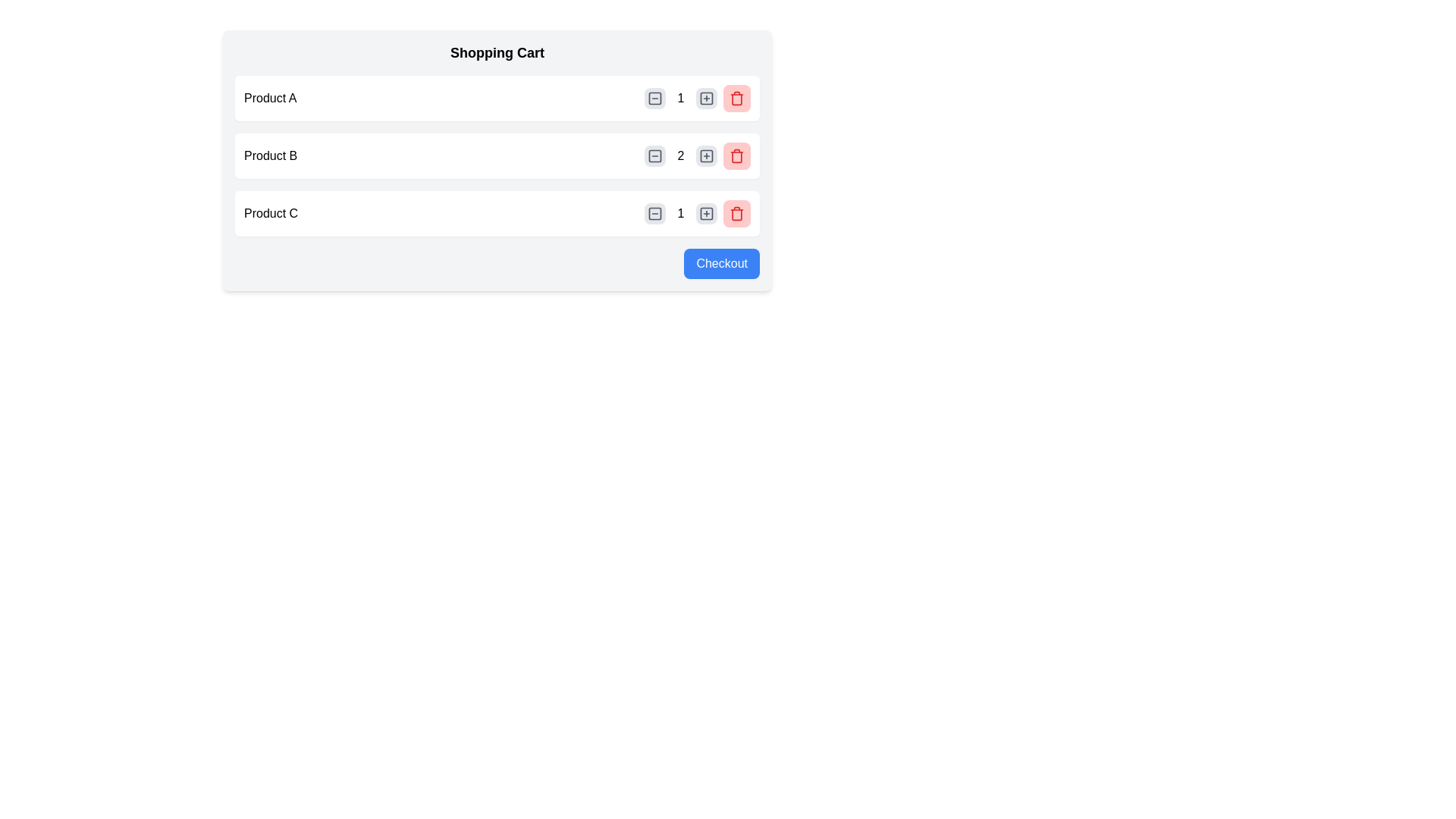  Describe the element at coordinates (655, 155) in the screenshot. I see `the square-shaped decrement button for 'Product B' in the shopping cart` at that location.